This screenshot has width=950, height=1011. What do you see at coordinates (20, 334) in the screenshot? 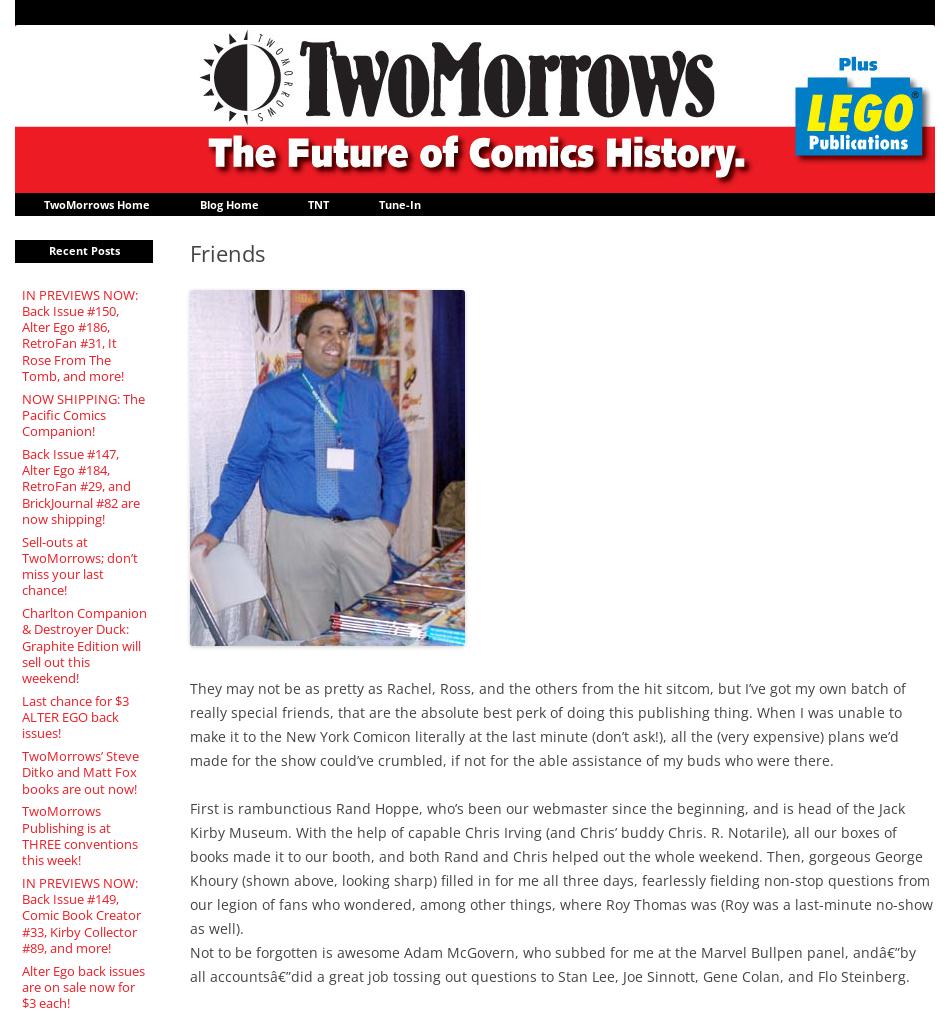
I see `'IN PREVIEWS NOW: Back Issue #150, Alter Ego #186, RetroFan #31, It Rose From The Tomb, and more!'` at bounding box center [20, 334].